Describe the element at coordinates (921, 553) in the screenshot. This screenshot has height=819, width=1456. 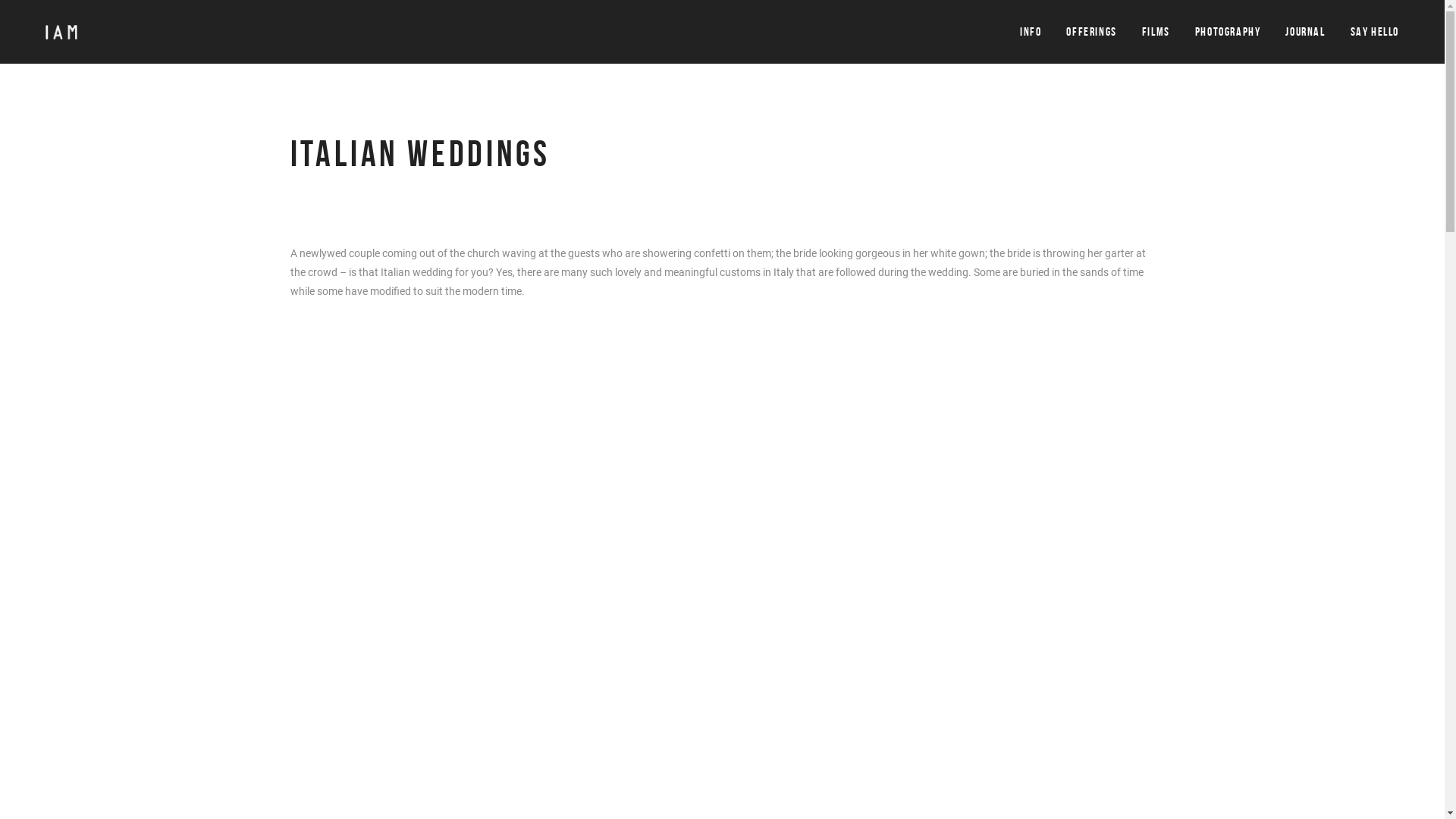
I see `'Pre Wedding Film'` at that location.